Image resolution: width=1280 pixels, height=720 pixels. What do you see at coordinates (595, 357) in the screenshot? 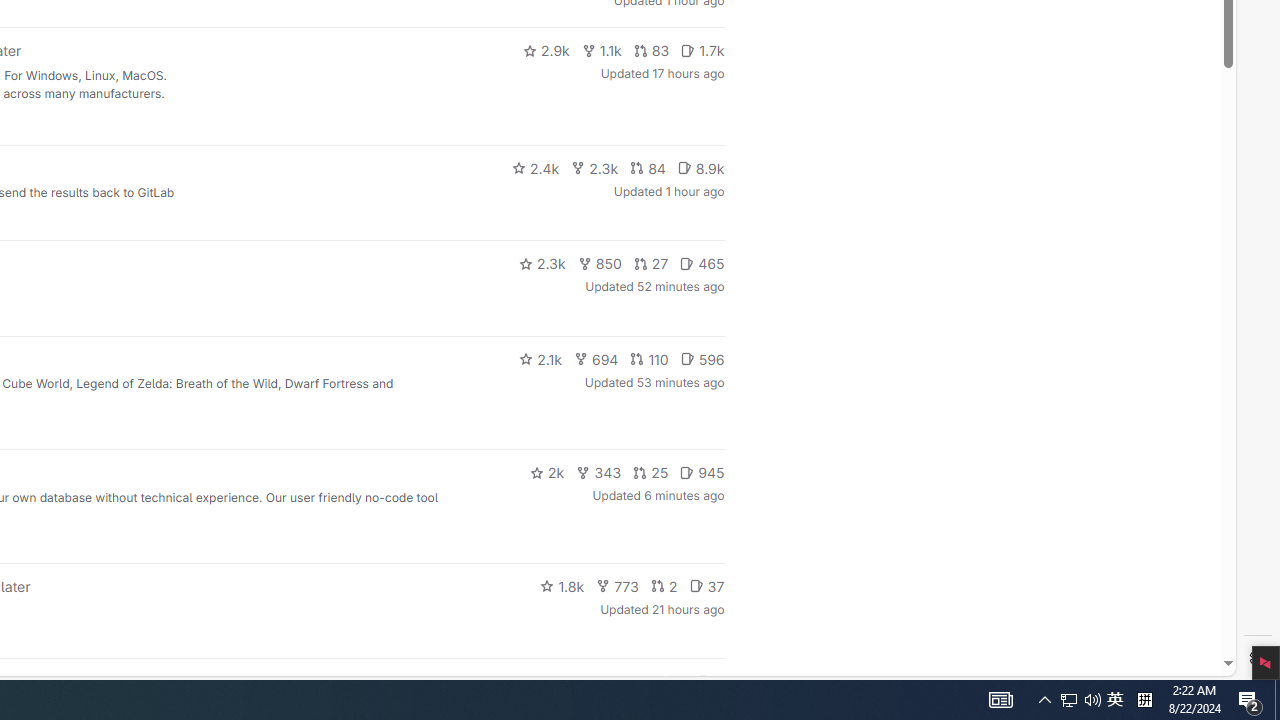
I see `'694'` at bounding box center [595, 357].